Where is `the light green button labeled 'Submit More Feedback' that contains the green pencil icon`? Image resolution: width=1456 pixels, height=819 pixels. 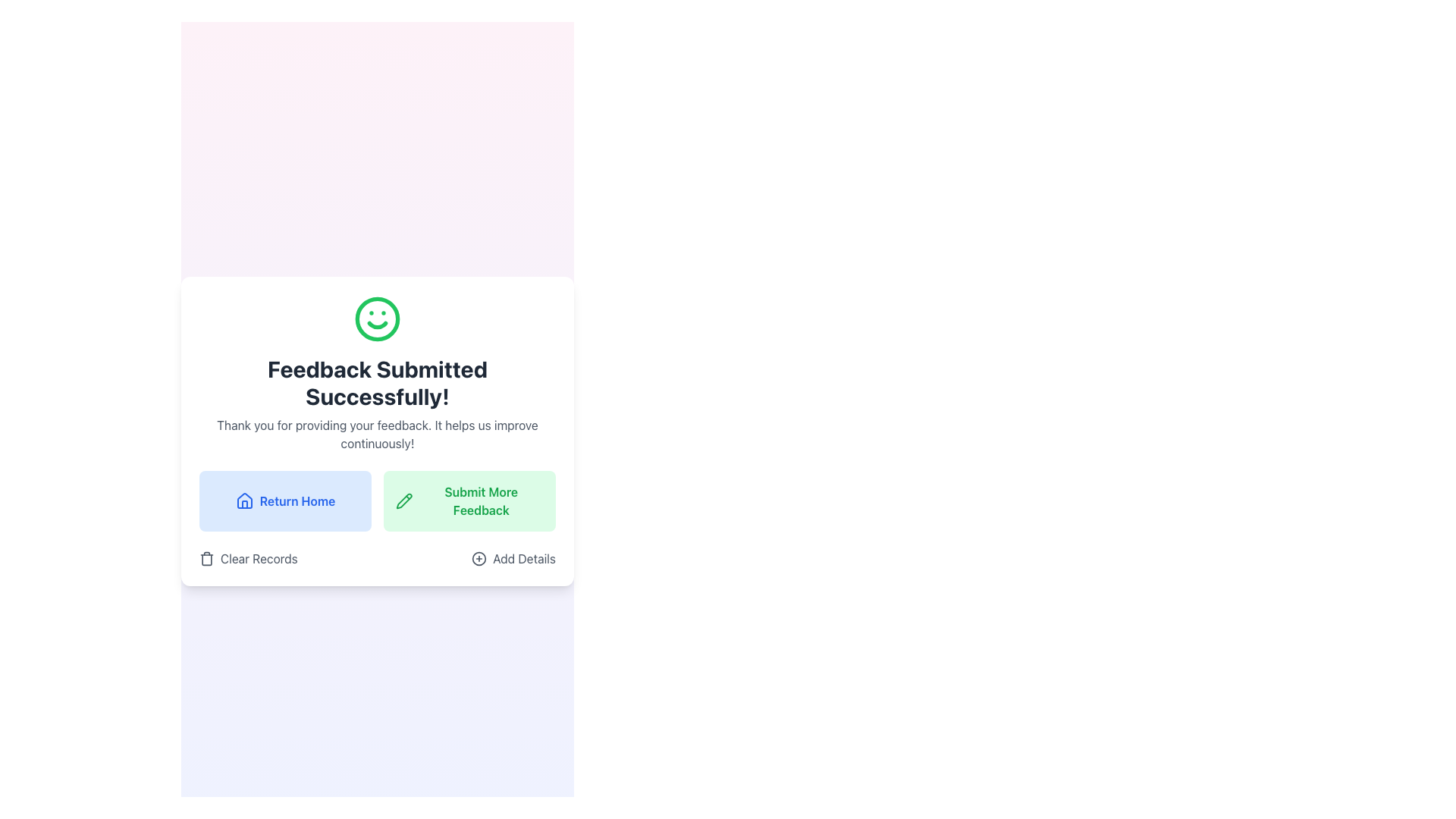 the light green button labeled 'Submit More Feedback' that contains the green pencil icon is located at coordinates (404, 500).